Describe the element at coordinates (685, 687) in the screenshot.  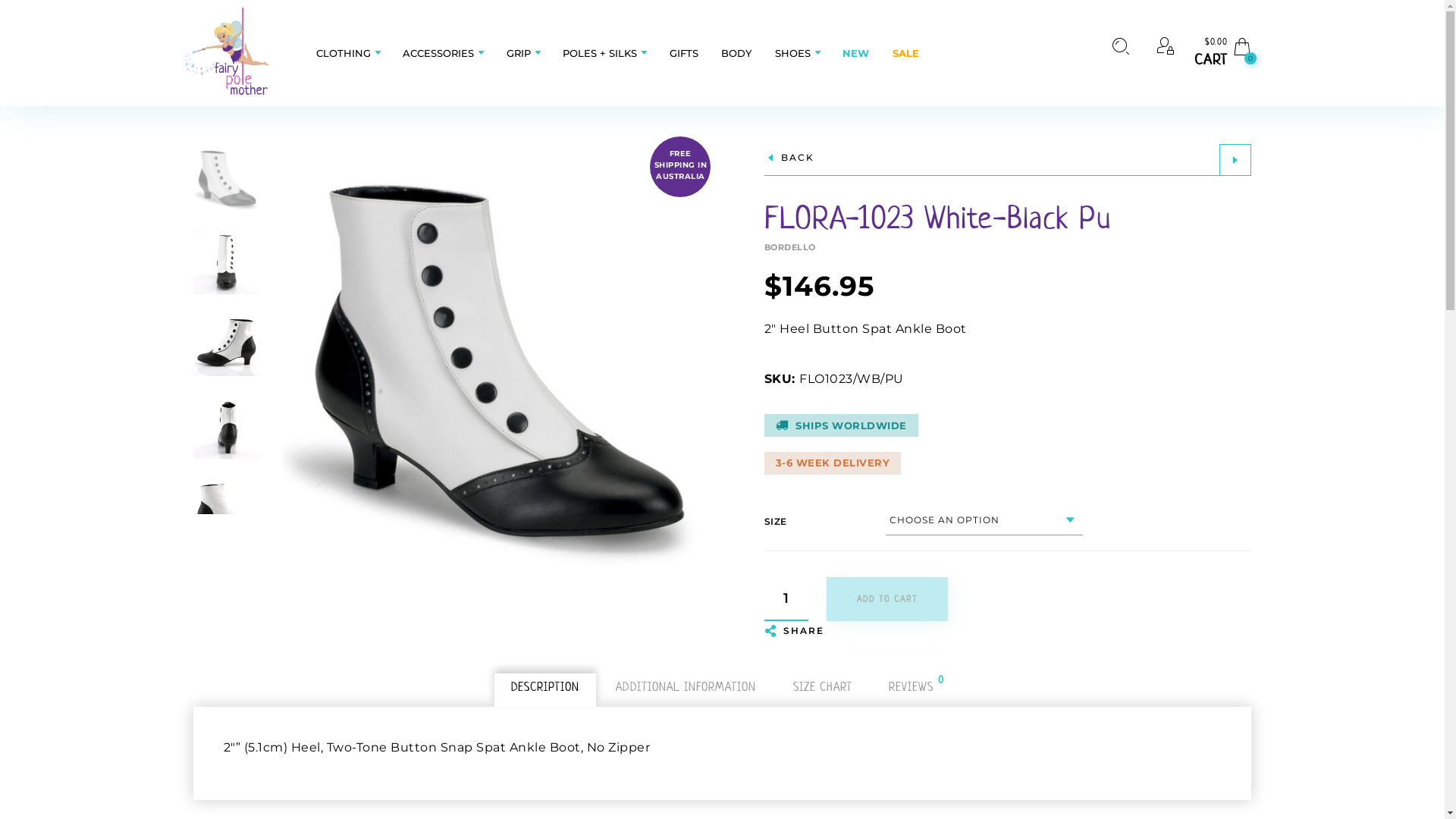
I see `'ADDITIONAL INFORMATION'` at that location.